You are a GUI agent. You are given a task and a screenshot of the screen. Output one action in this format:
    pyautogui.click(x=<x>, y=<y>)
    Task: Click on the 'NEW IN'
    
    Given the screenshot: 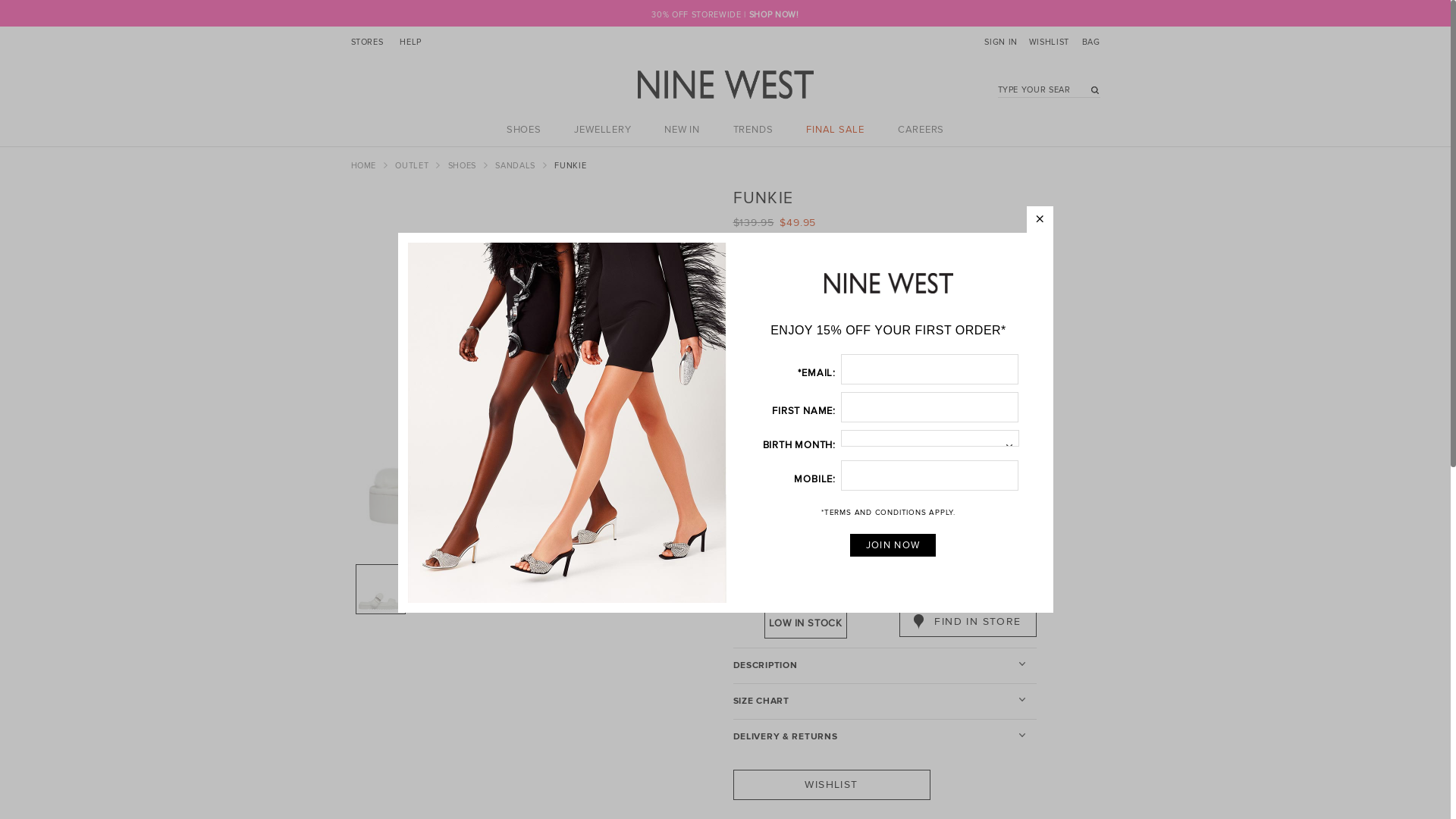 What is the action you would take?
    pyautogui.click(x=681, y=128)
    